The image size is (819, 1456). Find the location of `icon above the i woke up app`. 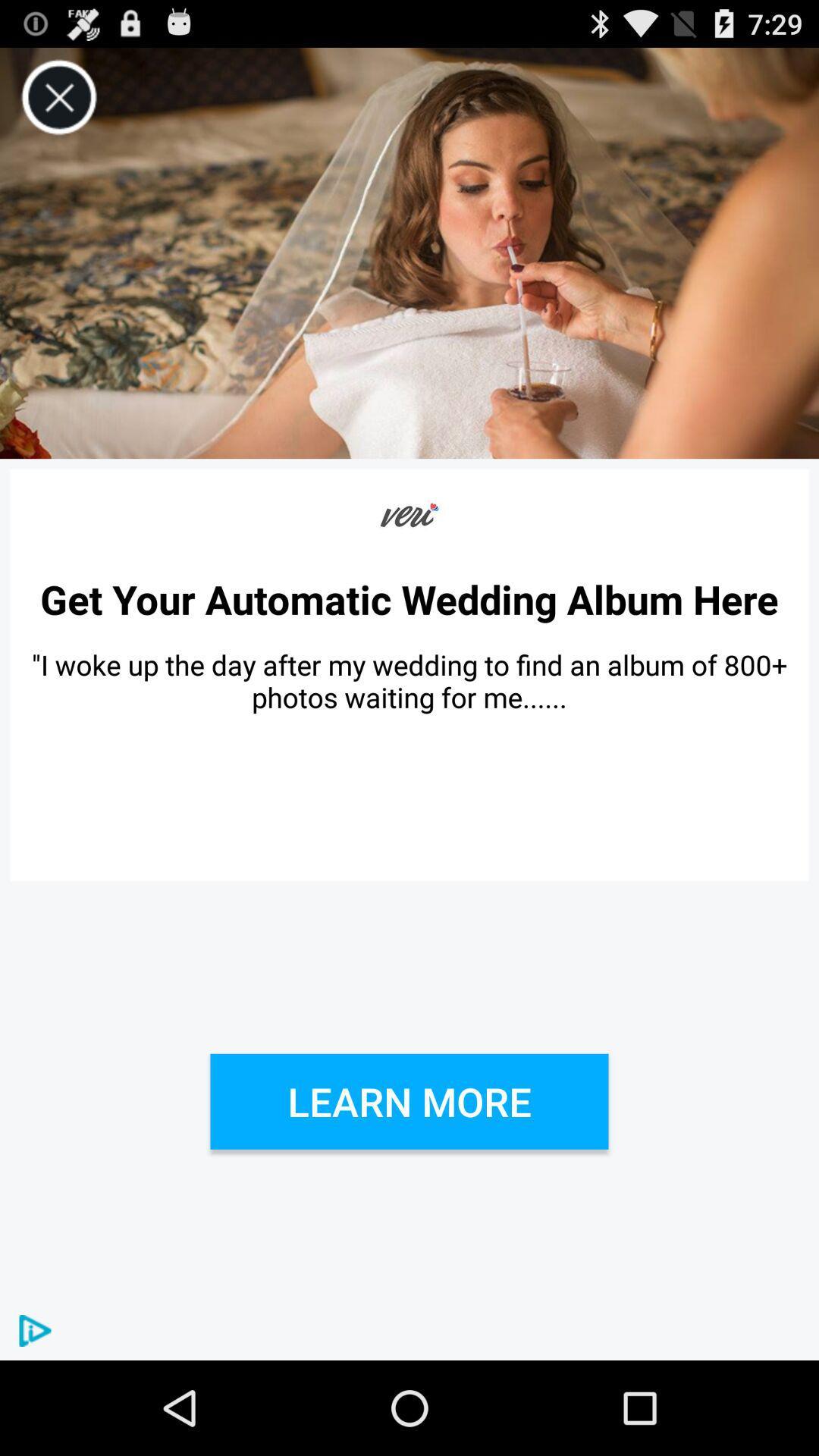

icon above the i woke up app is located at coordinates (409, 598).